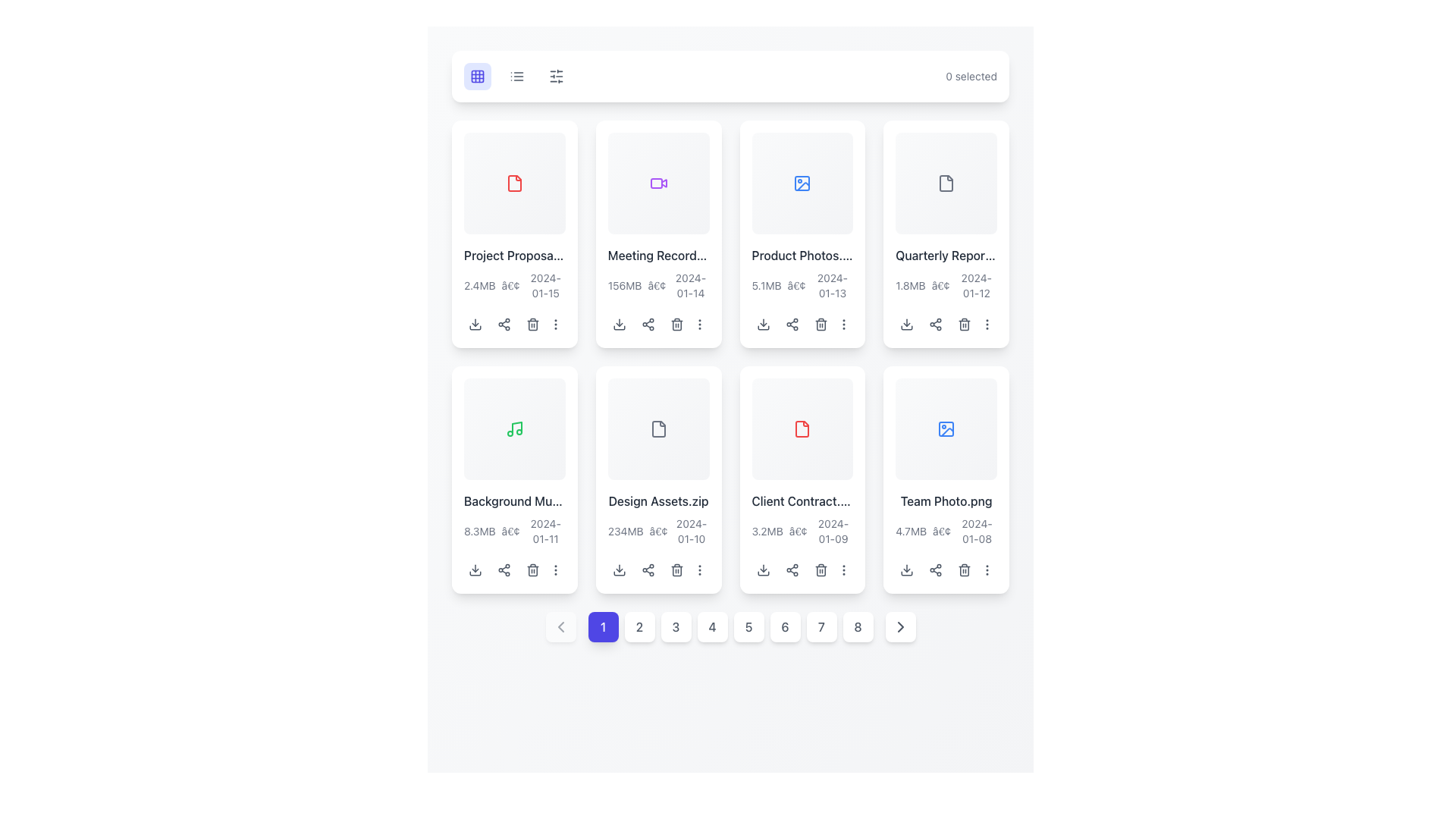 This screenshot has width=1456, height=819. What do you see at coordinates (964, 323) in the screenshot?
I see `the trash can button in the bottom-right corner of the 'Quarterly Report' card` at bounding box center [964, 323].